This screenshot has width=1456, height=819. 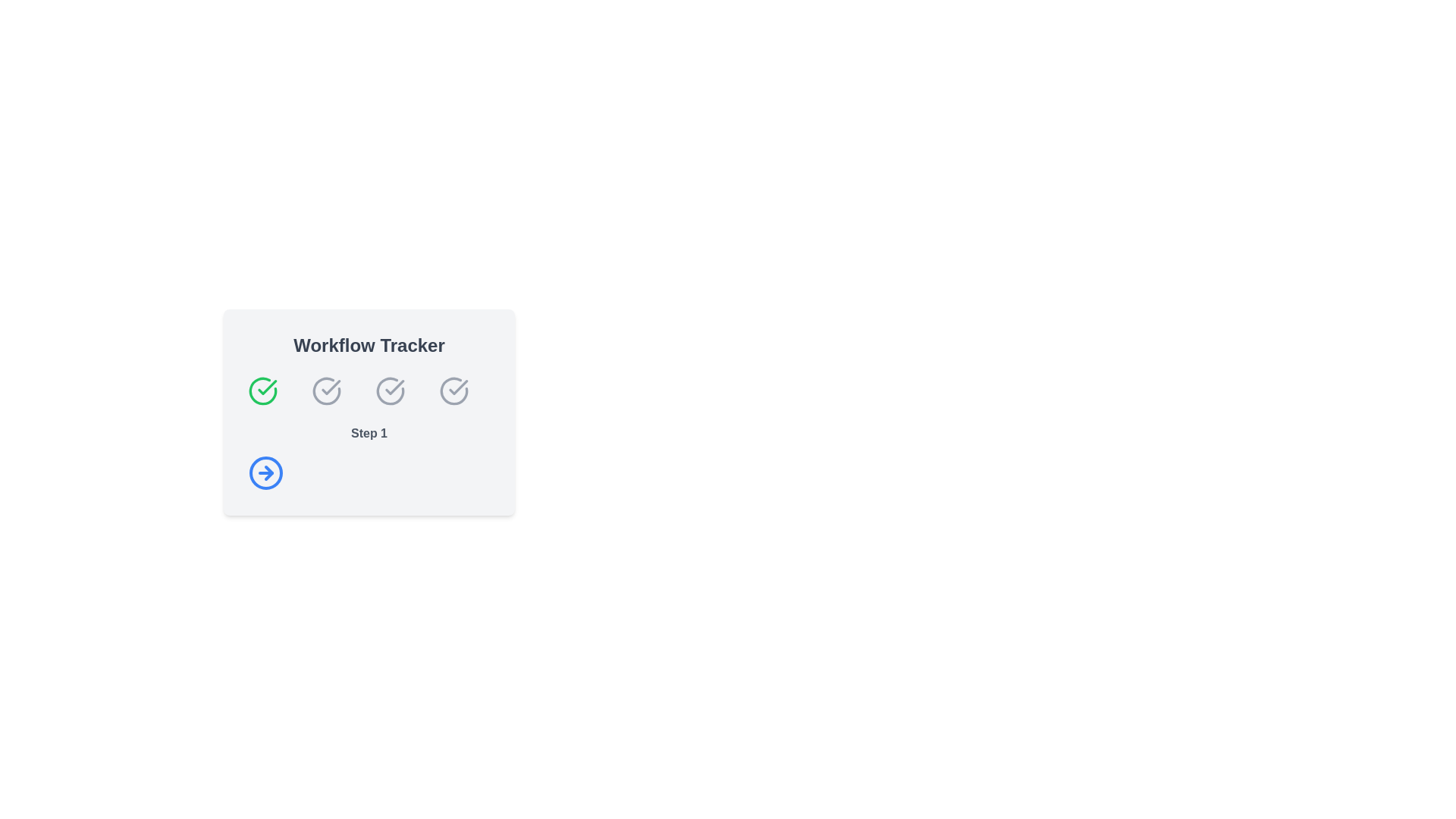 I want to click on the outer circular outline of the blue stroke circle within the circular arrow icon at the bottom left of the 'Workflow Tracker' card, so click(x=265, y=472).